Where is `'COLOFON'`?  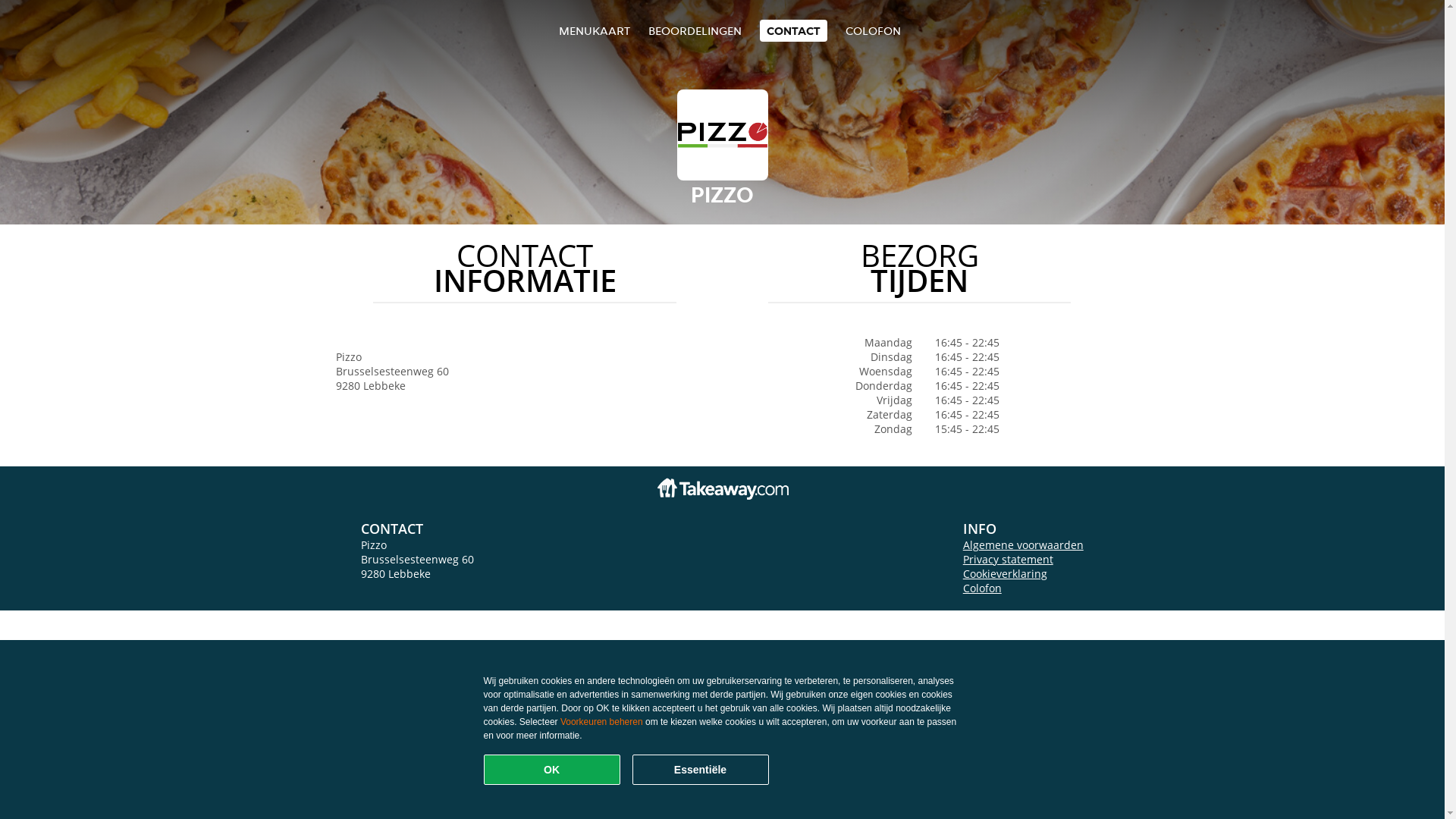
'COLOFON' is located at coordinates (873, 30).